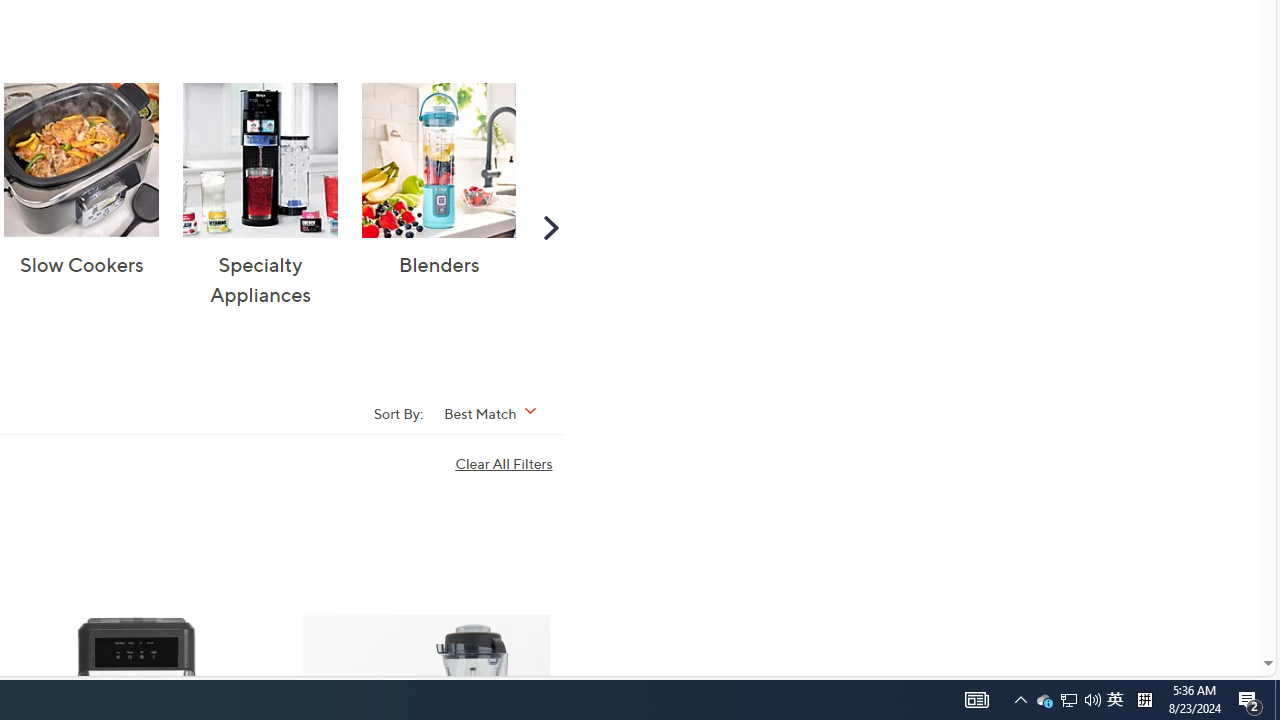  I want to click on 'Blenders Blenders', so click(438, 181).